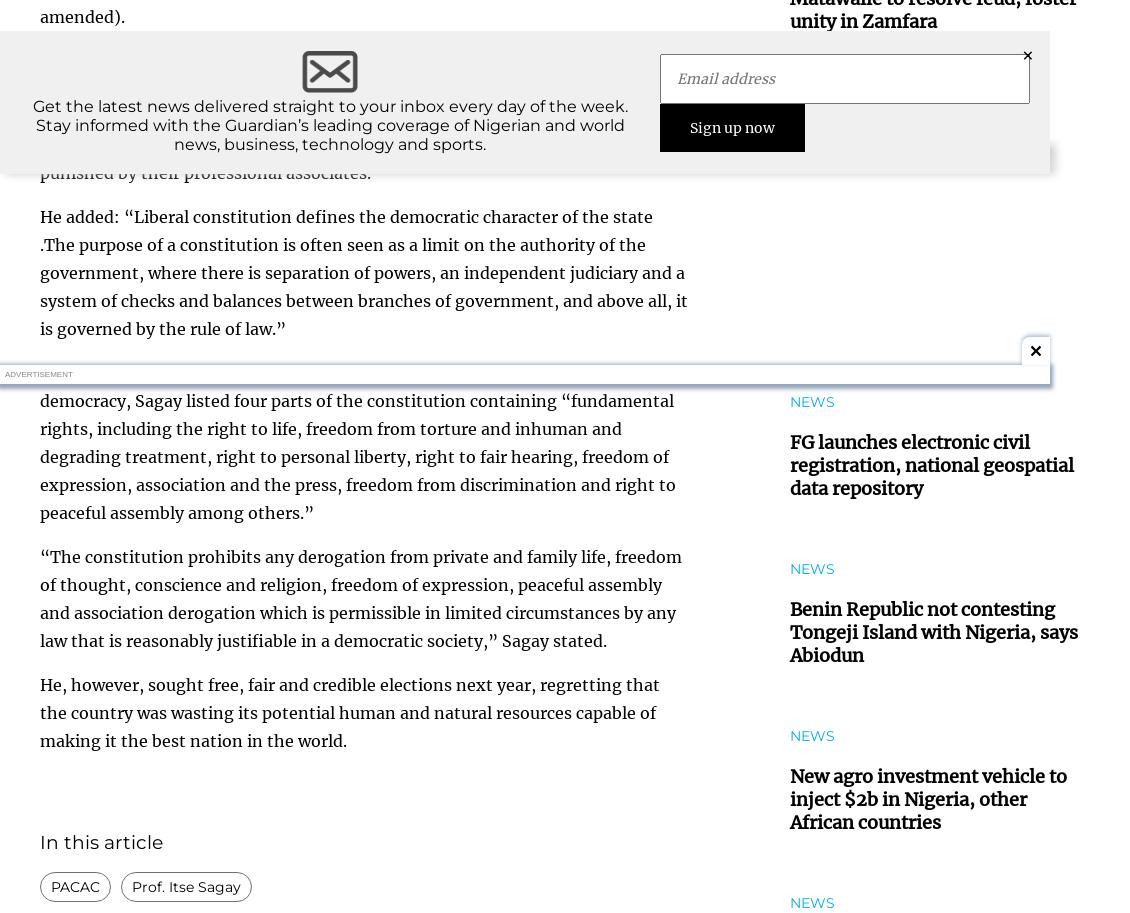 Image resolution: width=1130 pixels, height=913 pixels. What do you see at coordinates (186, 885) in the screenshot?
I see `'Prof. Itse Sagay'` at bounding box center [186, 885].